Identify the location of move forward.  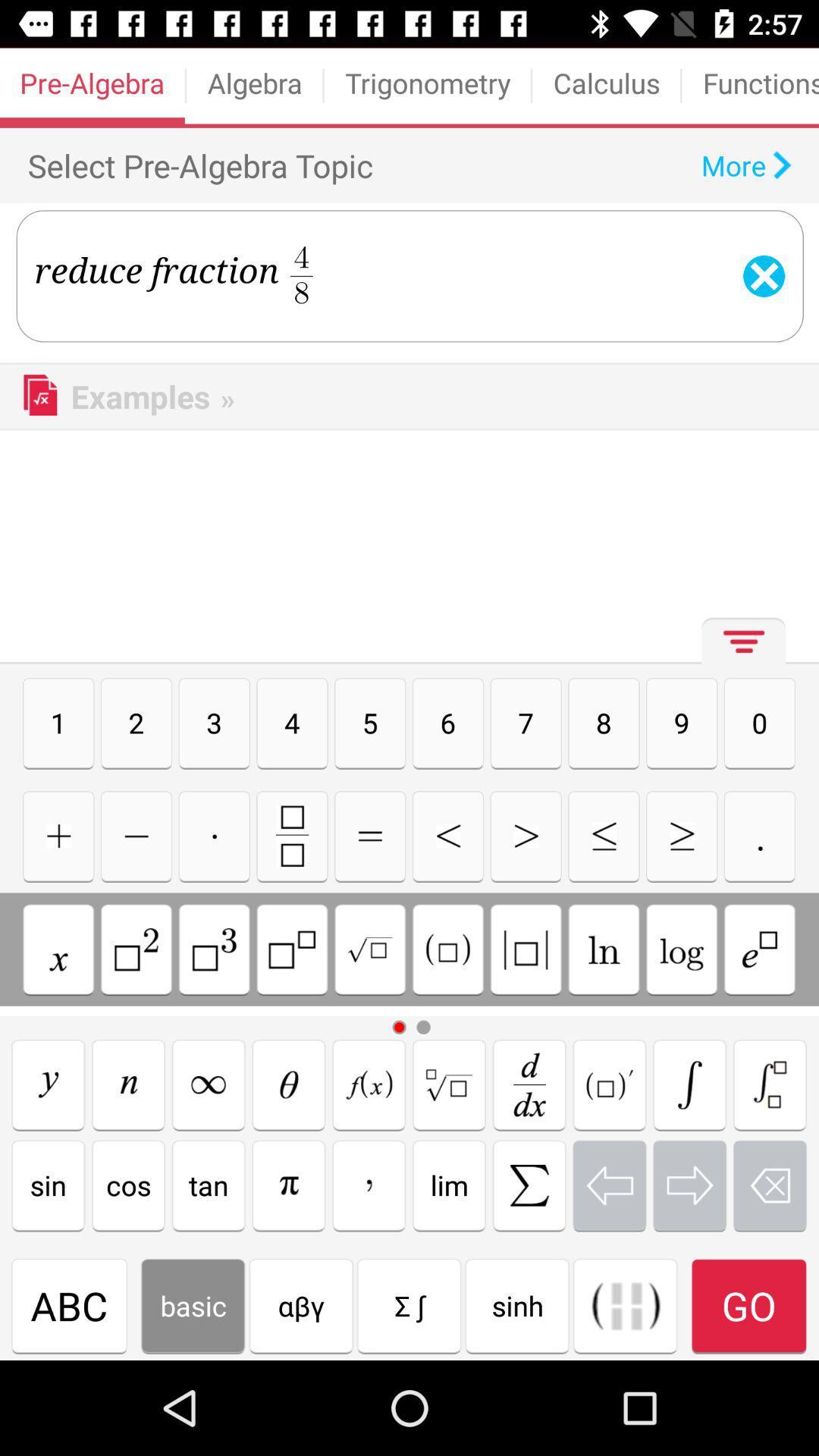
(689, 1185).